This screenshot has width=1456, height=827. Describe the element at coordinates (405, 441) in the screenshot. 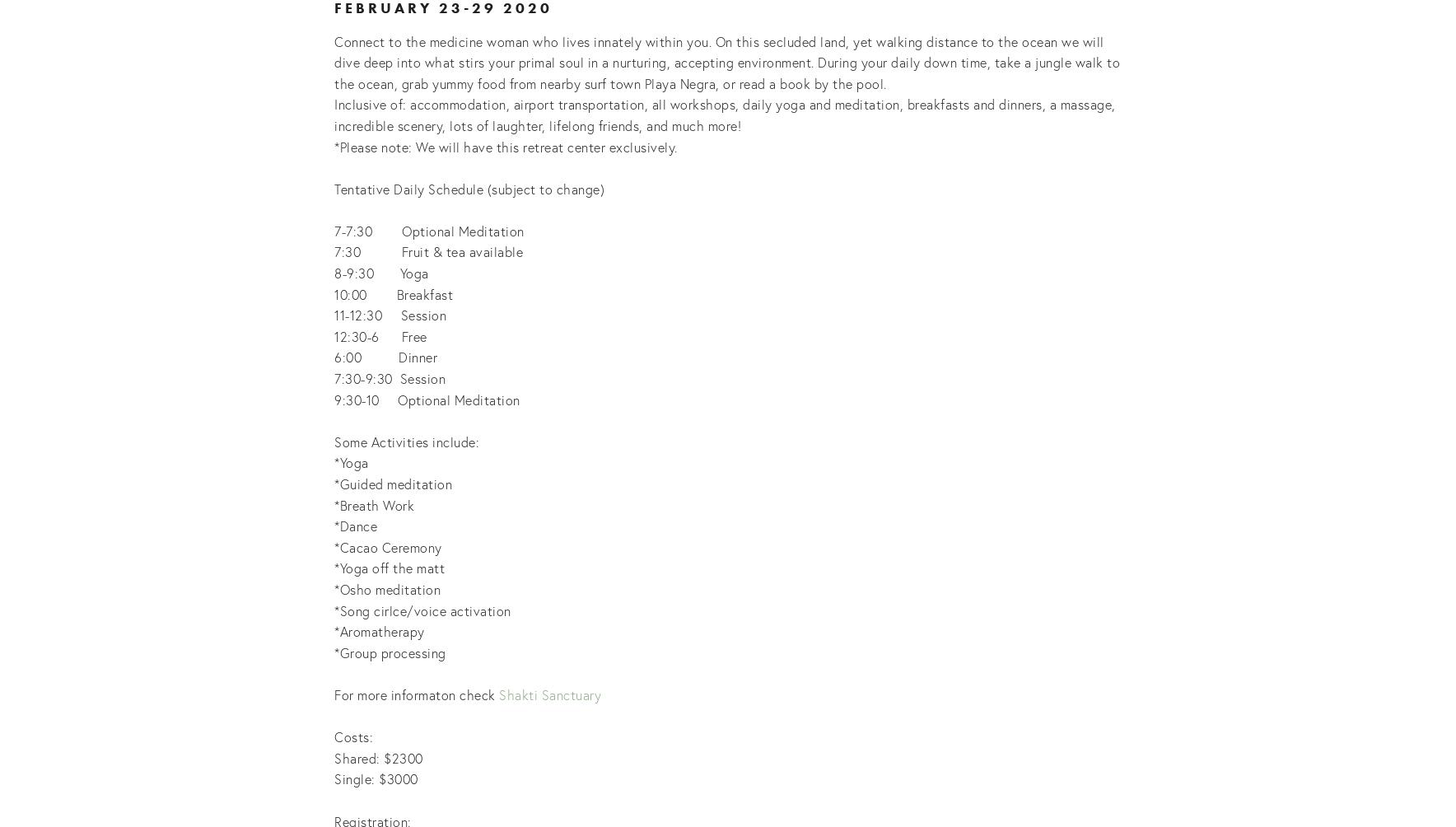

I see `'Some Activities include:'` at that location.